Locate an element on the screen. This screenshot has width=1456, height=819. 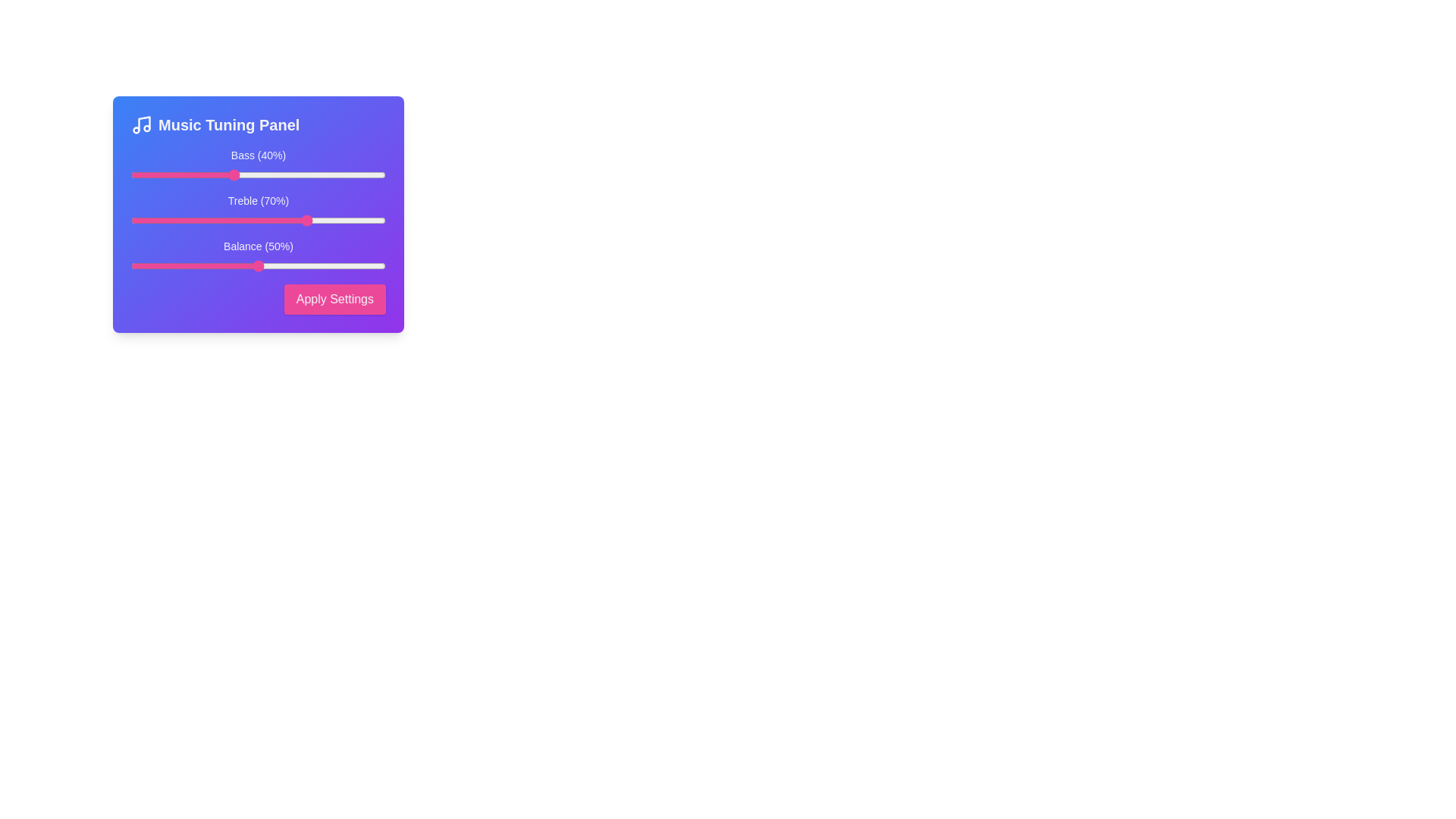
the Treble slider to 7% is located at coordinates (149, 220).